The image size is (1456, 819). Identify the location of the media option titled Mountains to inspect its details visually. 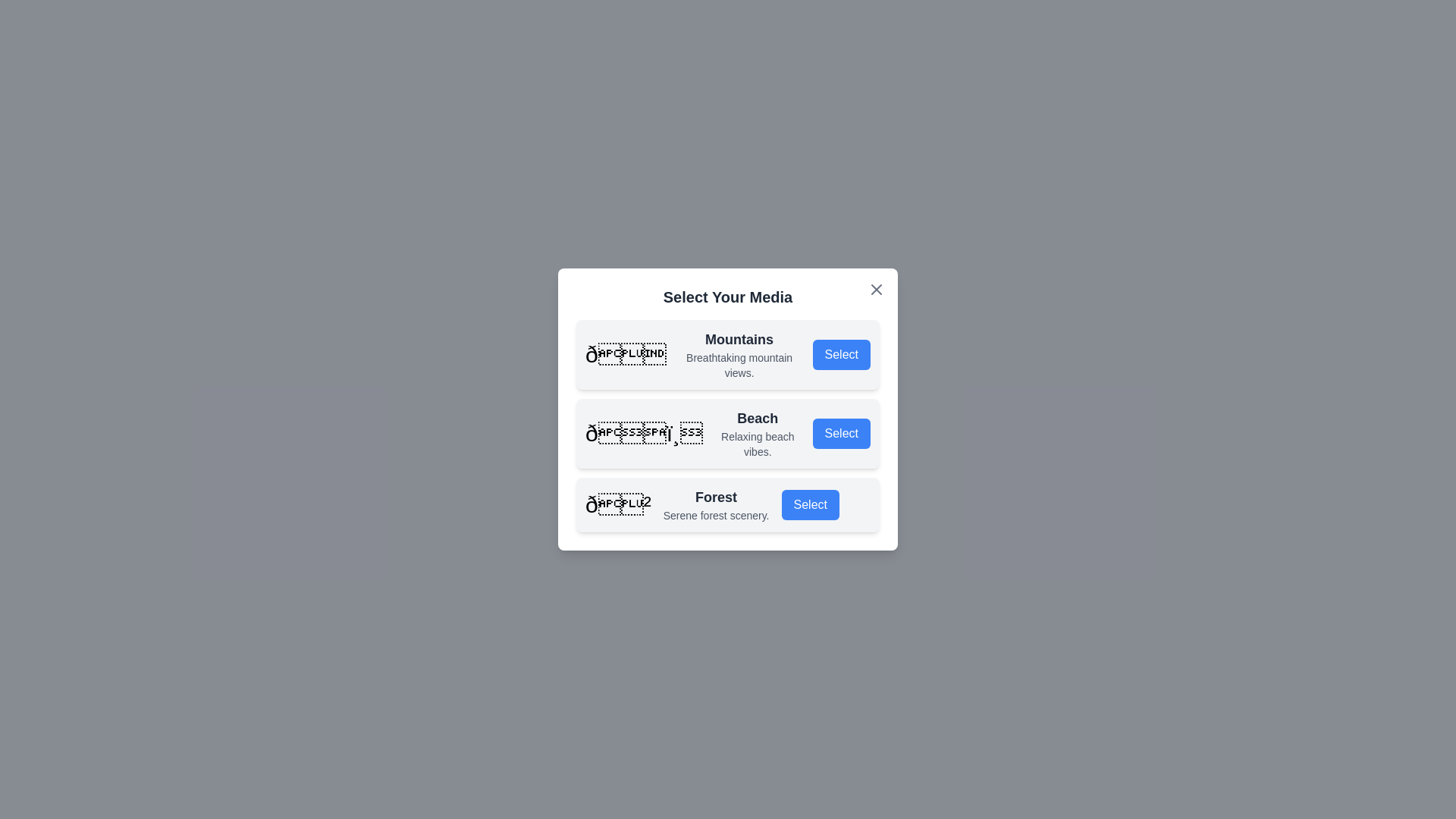
(728, 354).